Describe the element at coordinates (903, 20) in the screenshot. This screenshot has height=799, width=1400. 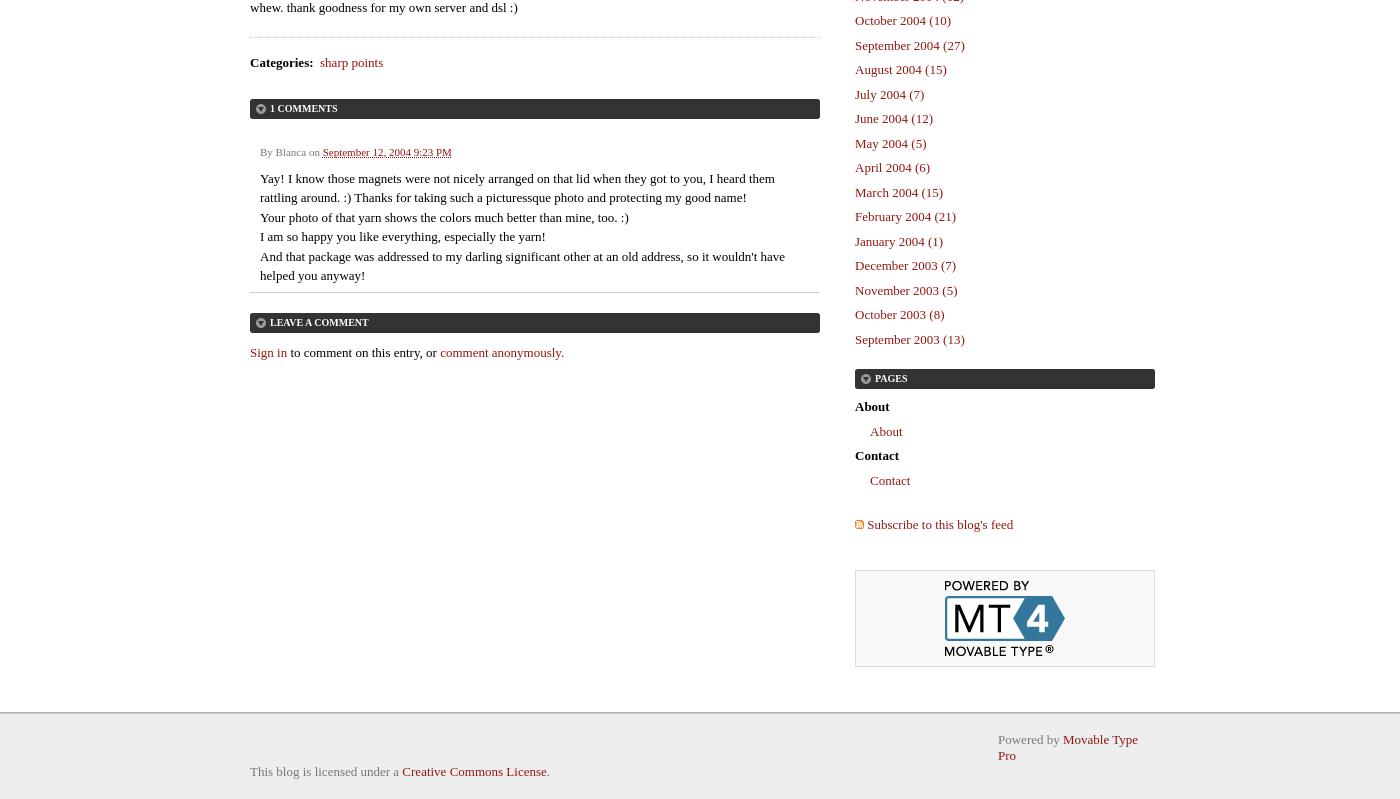
I see `'October 2004 (10)'` at that location.